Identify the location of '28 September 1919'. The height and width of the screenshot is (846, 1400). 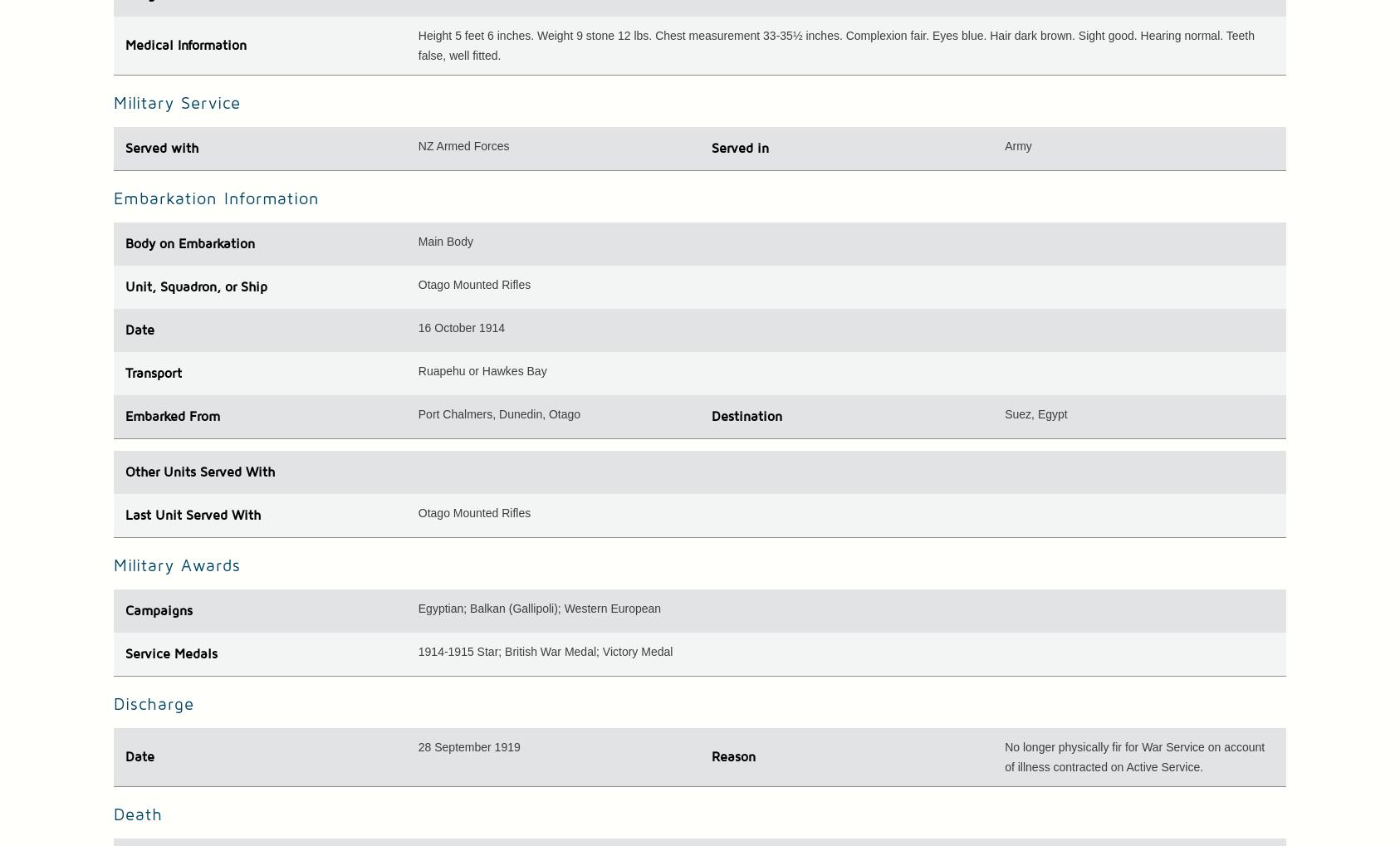
(467, 746).